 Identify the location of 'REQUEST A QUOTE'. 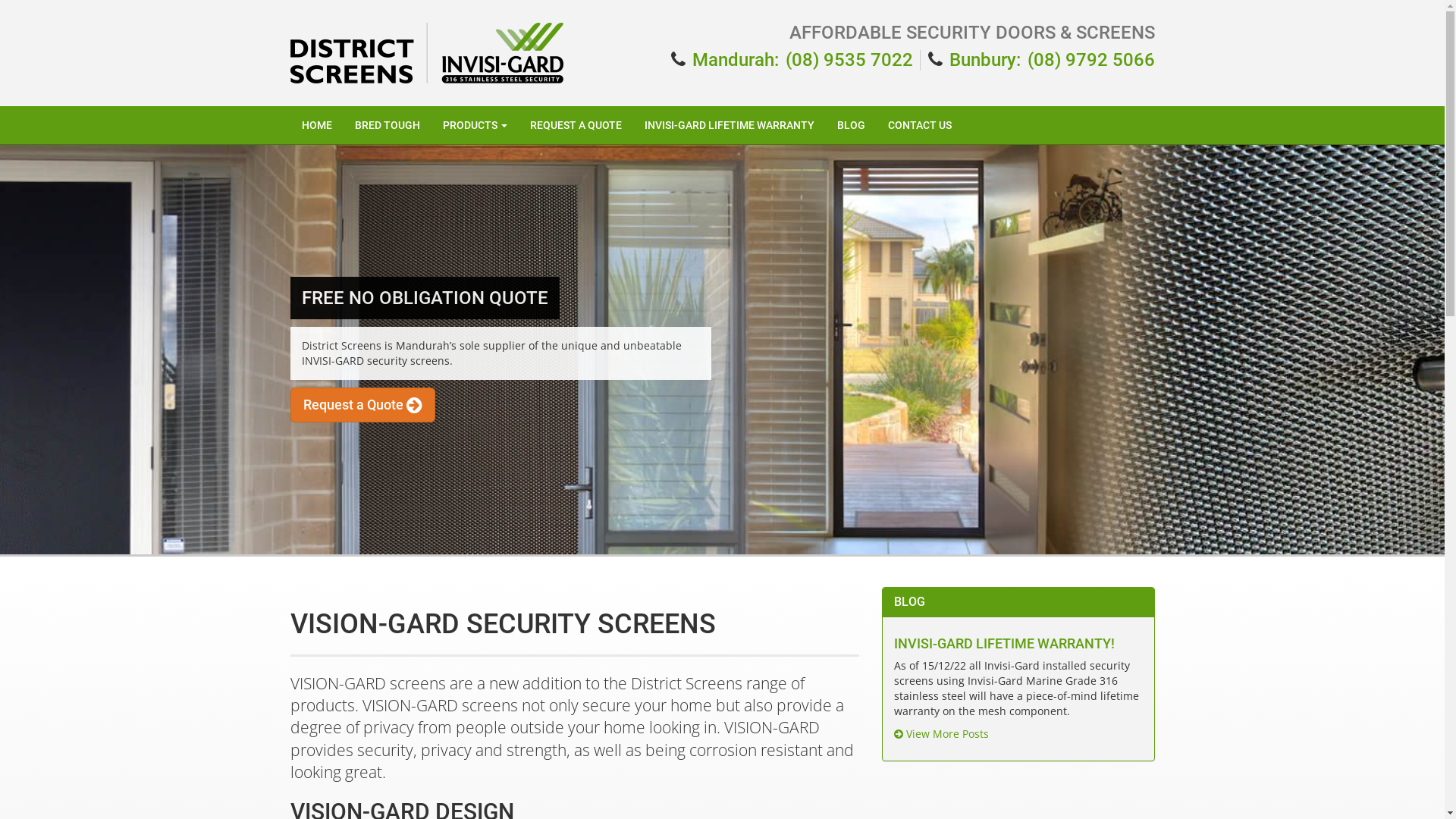
(575, 124).